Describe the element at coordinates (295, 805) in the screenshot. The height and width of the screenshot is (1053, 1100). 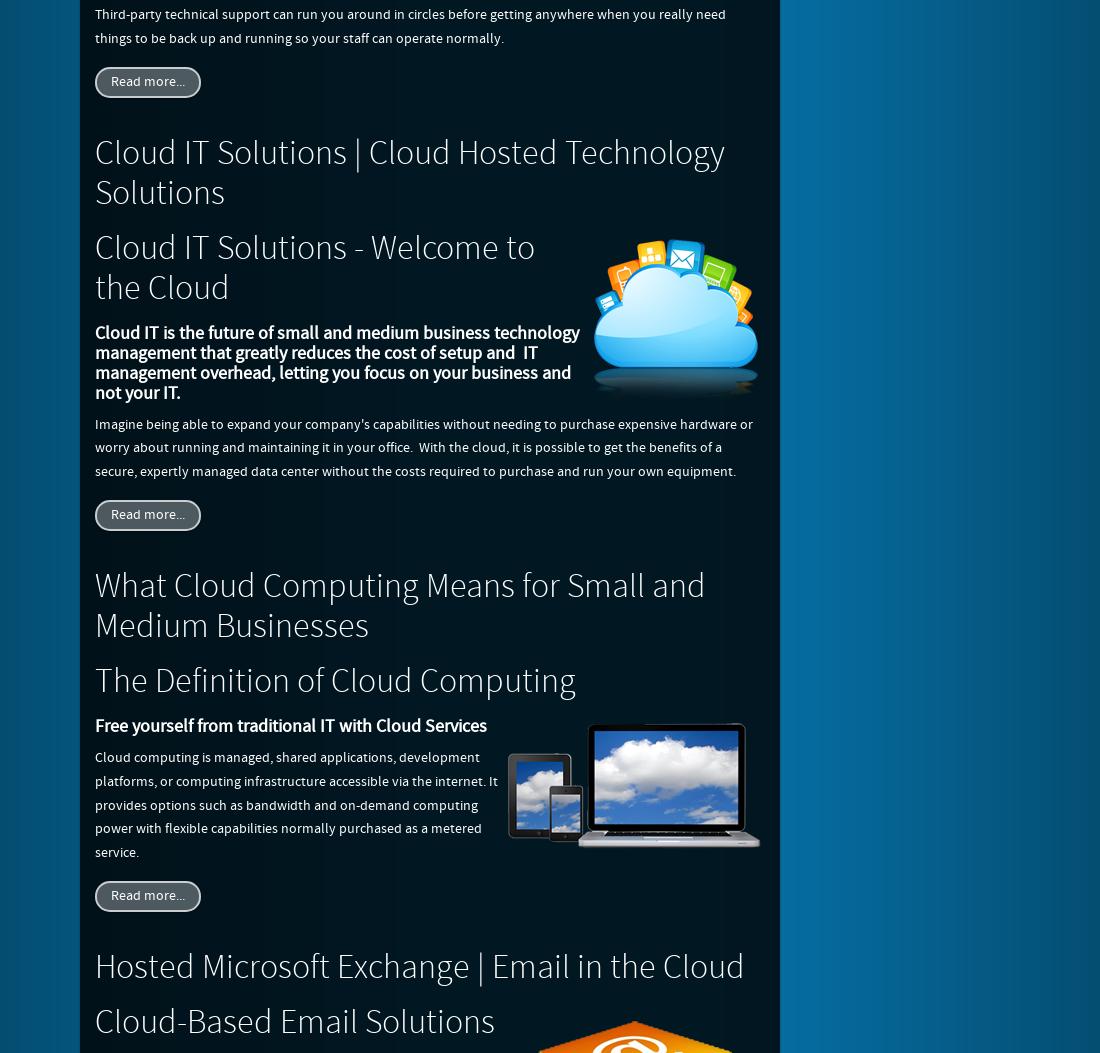
I see `'Cloud computing is managed, shared applications, development platforms, or computing infrastructure accessible via the internet. It provides options such as bandwidth and on-demand computing power with flexible capabilities normally purchased as a metered service.'` at that location.